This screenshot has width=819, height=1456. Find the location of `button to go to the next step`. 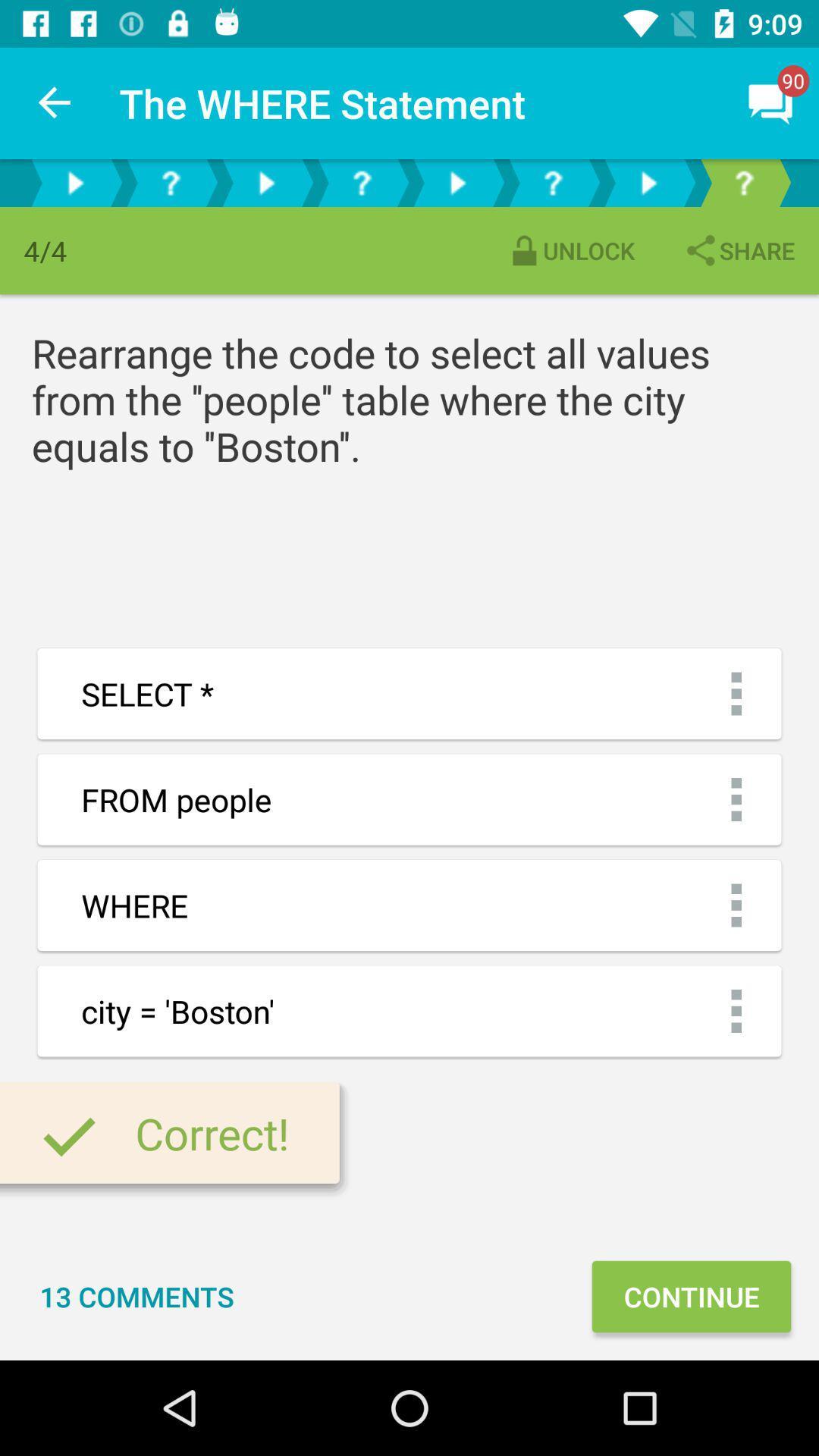

button to go to the next step is located at coordinates (75, 182).